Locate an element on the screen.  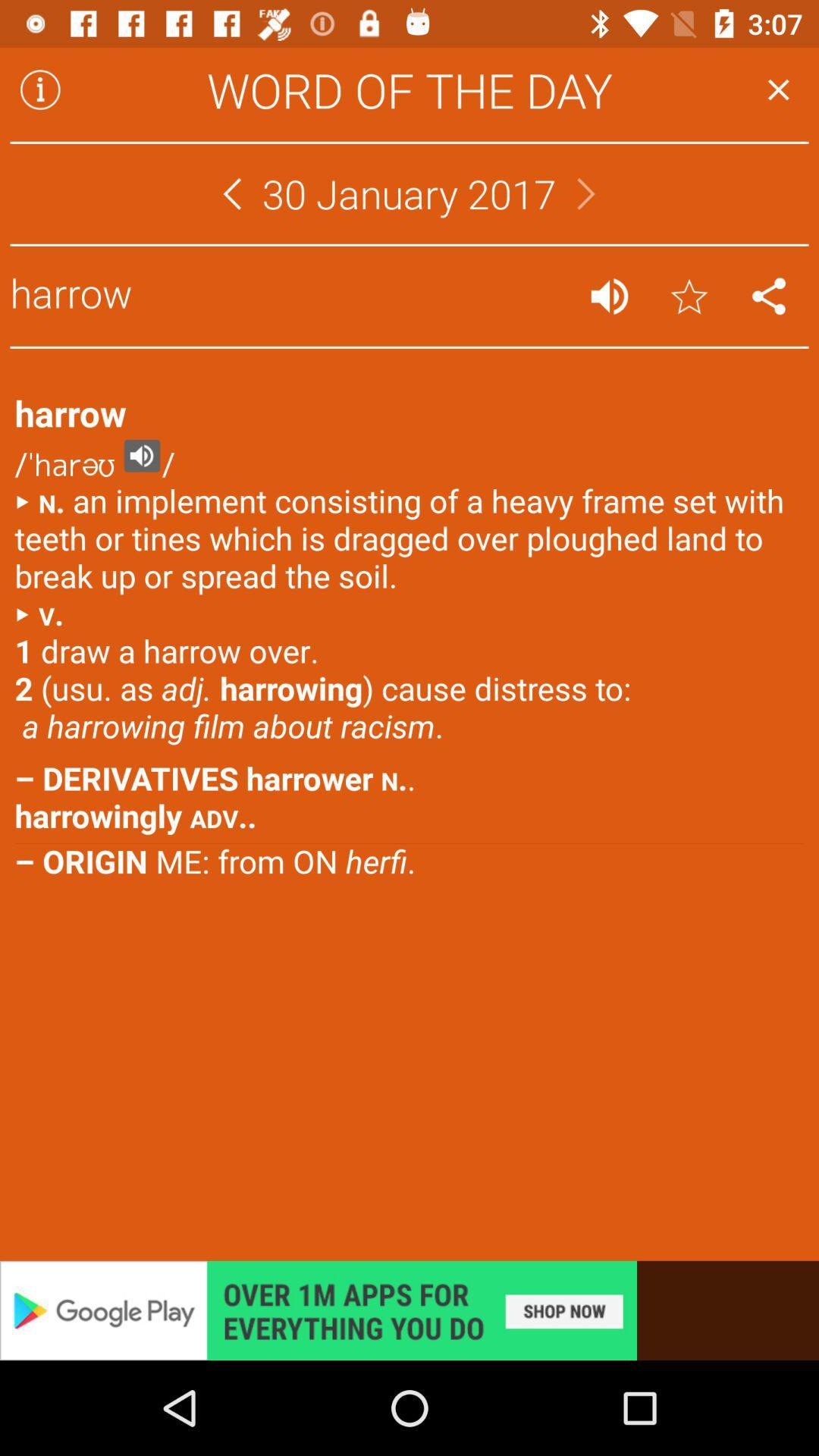
next is located at coordinates (585, 193).